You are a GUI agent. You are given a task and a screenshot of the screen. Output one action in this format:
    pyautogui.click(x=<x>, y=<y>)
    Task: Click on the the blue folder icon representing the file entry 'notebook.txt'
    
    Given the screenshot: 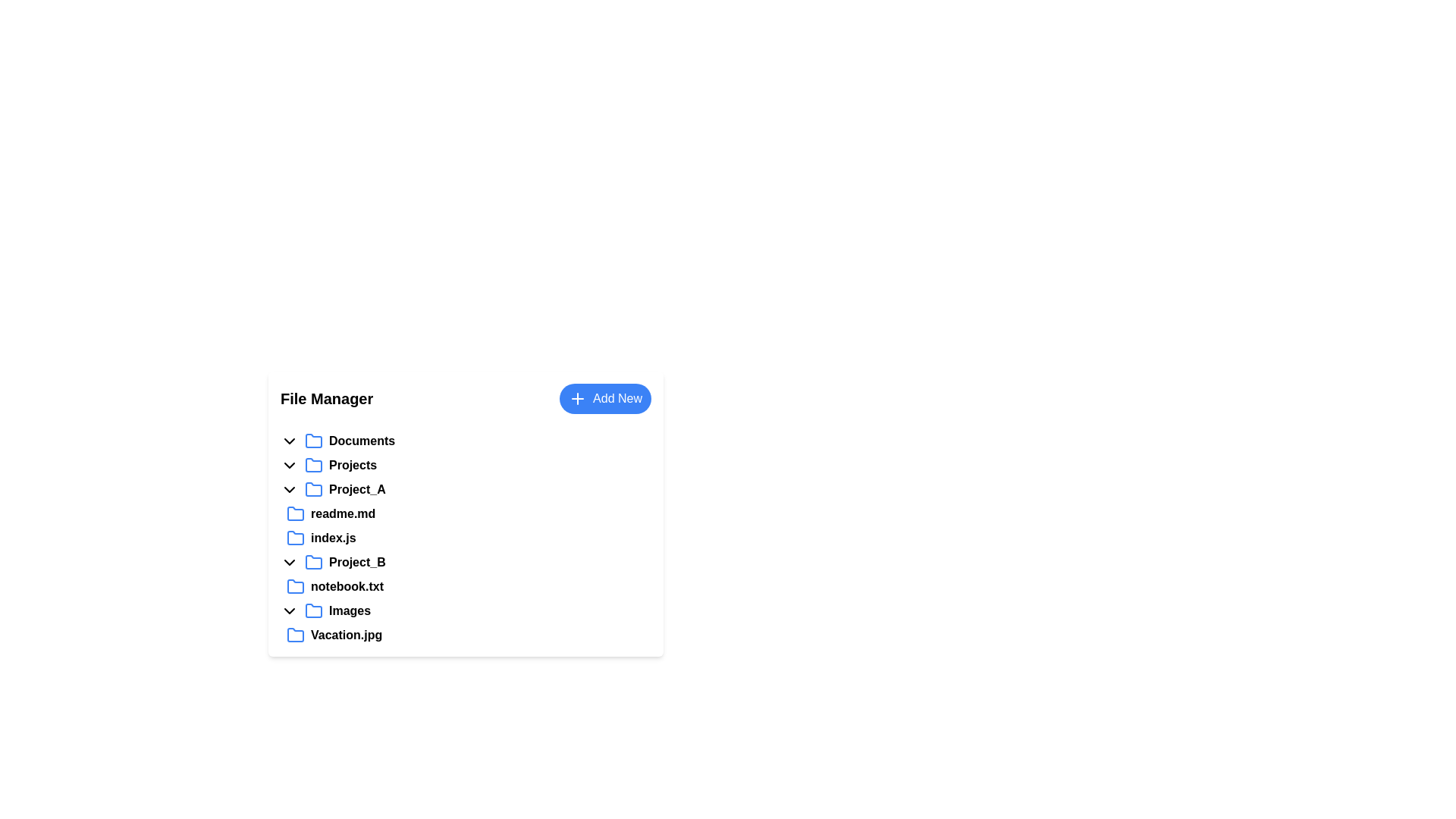 What is the action you would take?
    pyautogui.click(x=295, y=586)
    